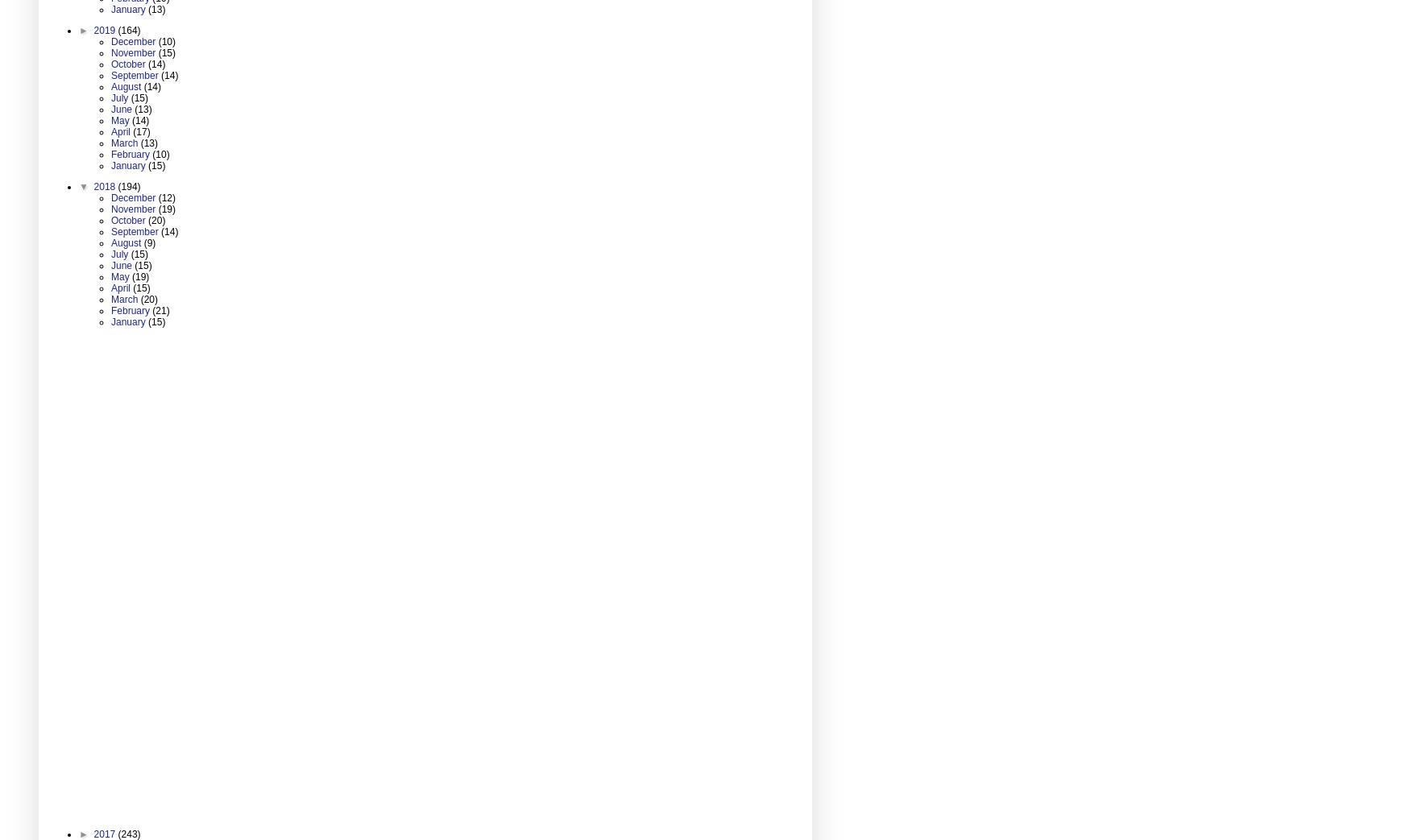 This screenshot has width=1402, height=840. What do you see at coordinates (105, 29) in the screenshot?
I see `'2019'` at bounding box center [105, 29].